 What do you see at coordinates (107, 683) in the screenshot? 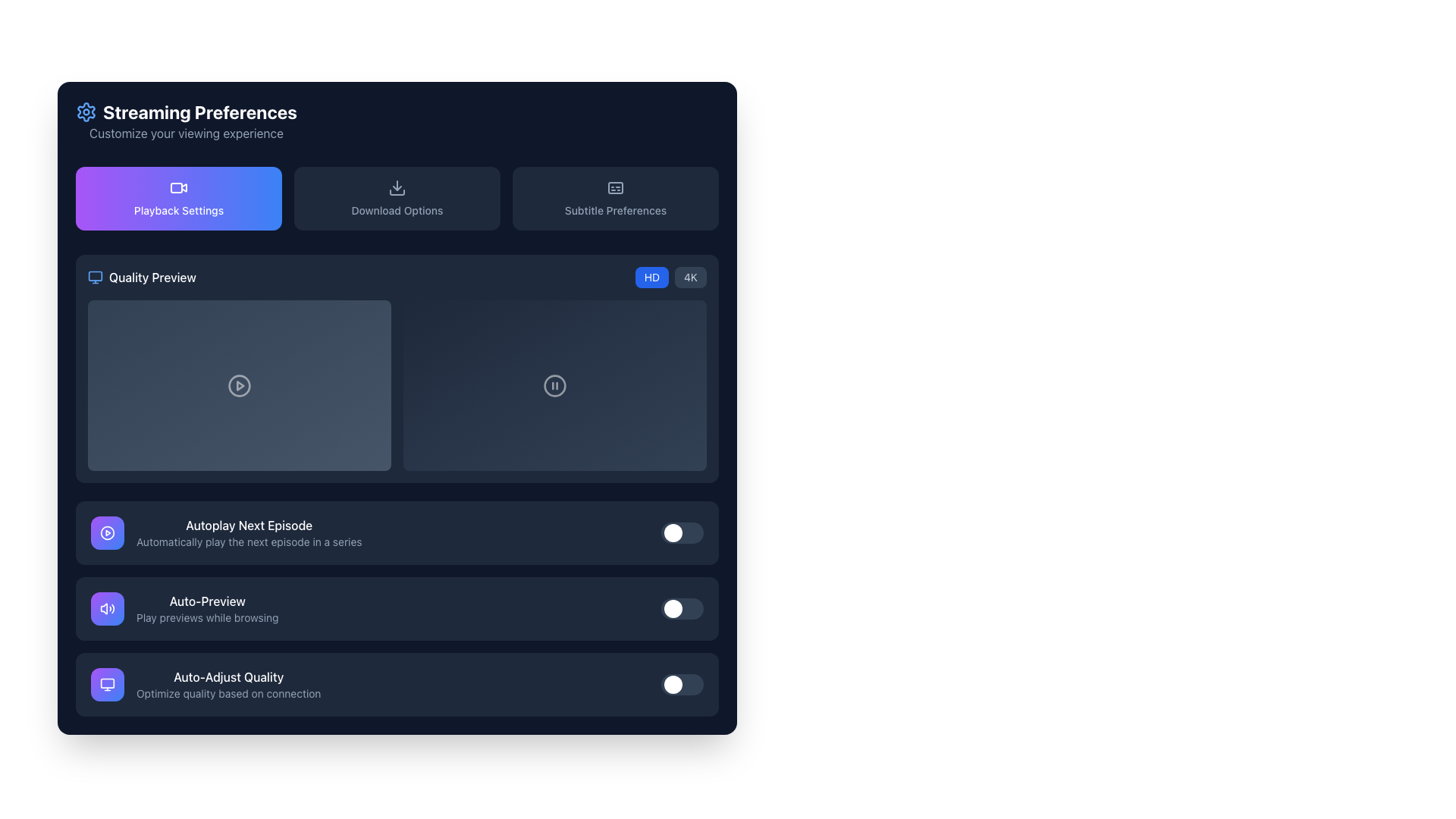
I see `the top-most rectangle of the monitor icon in the SVG, which is part of the streaming preferences toggle options` at bounding box center [107, 683].